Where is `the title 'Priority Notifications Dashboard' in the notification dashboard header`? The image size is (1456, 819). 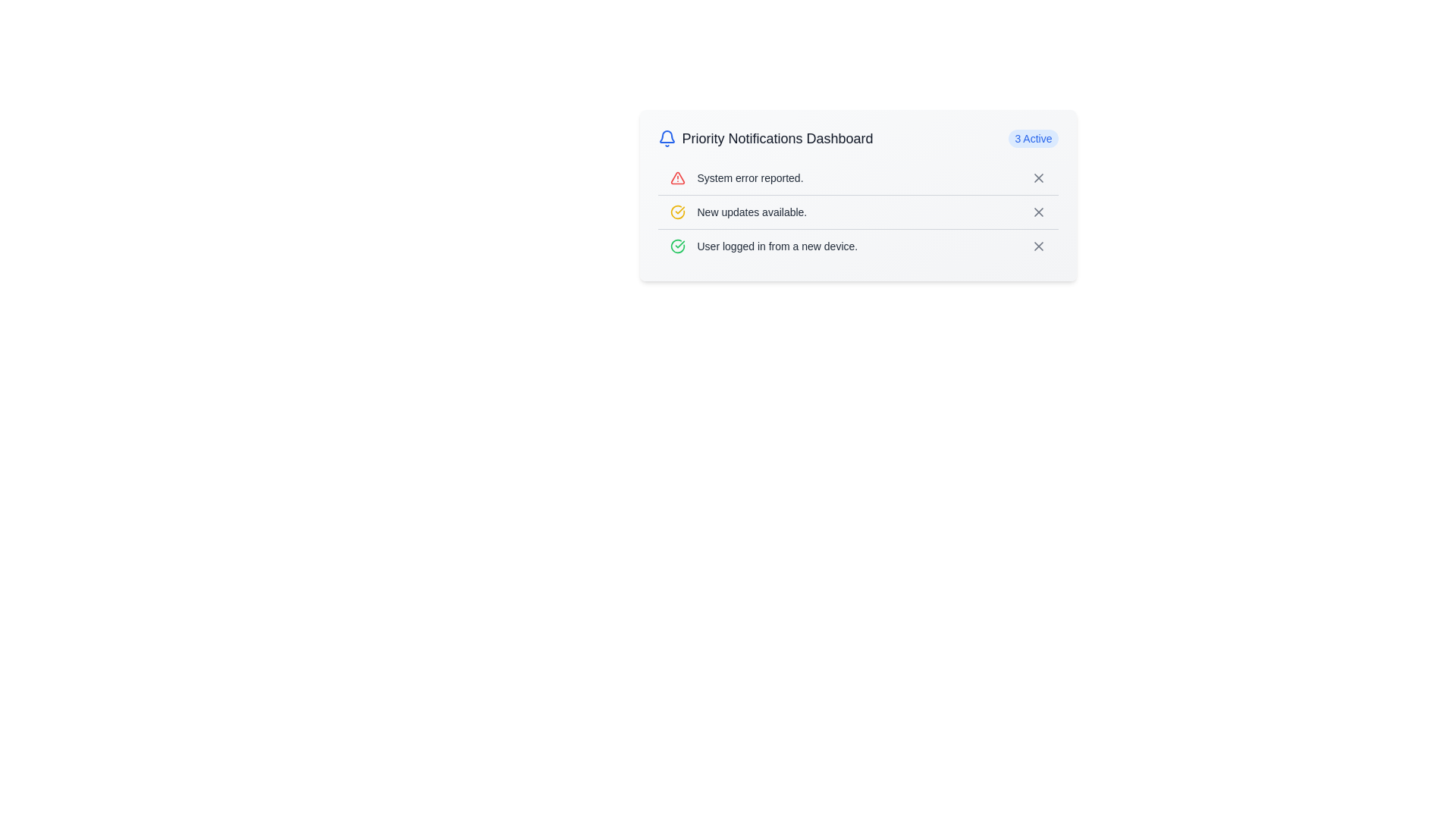 the title 'Priority Notifications Dashboard' in the notification dashboard header is located at coordinates (858, 138).